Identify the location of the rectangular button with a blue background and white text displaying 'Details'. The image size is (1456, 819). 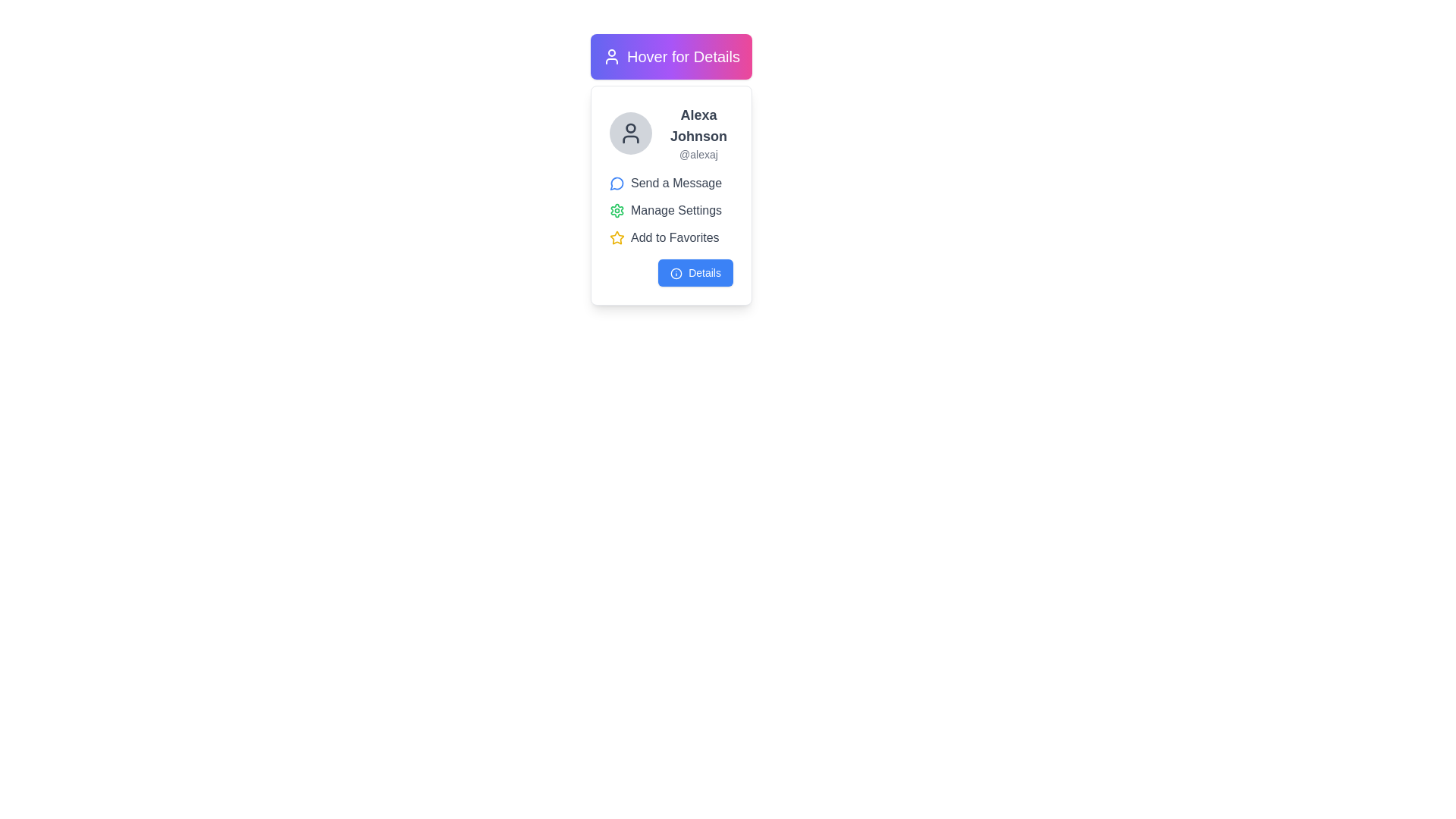
(695, 271).